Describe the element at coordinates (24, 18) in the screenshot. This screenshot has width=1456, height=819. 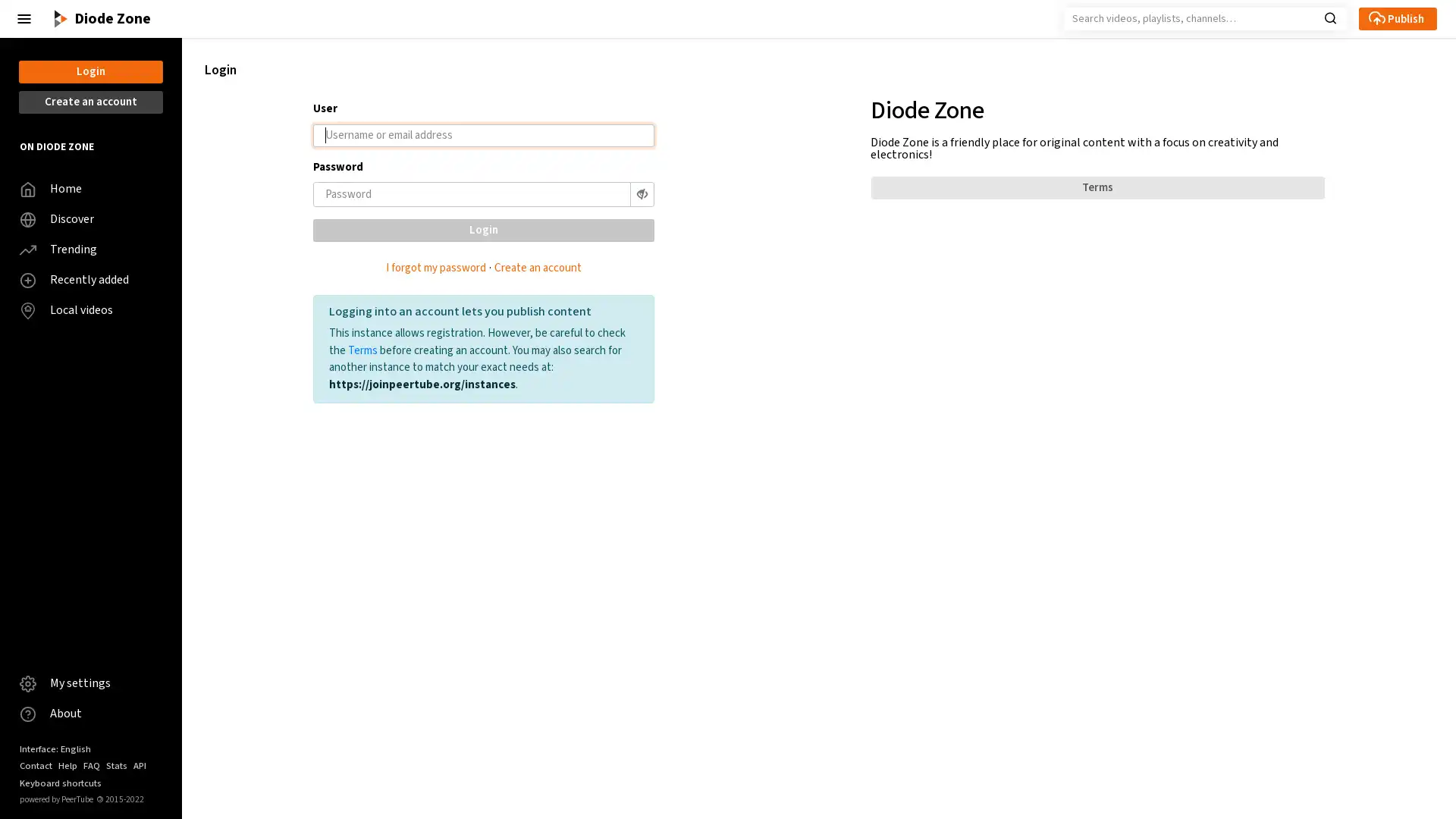
I see `Close the left menu` at that location.